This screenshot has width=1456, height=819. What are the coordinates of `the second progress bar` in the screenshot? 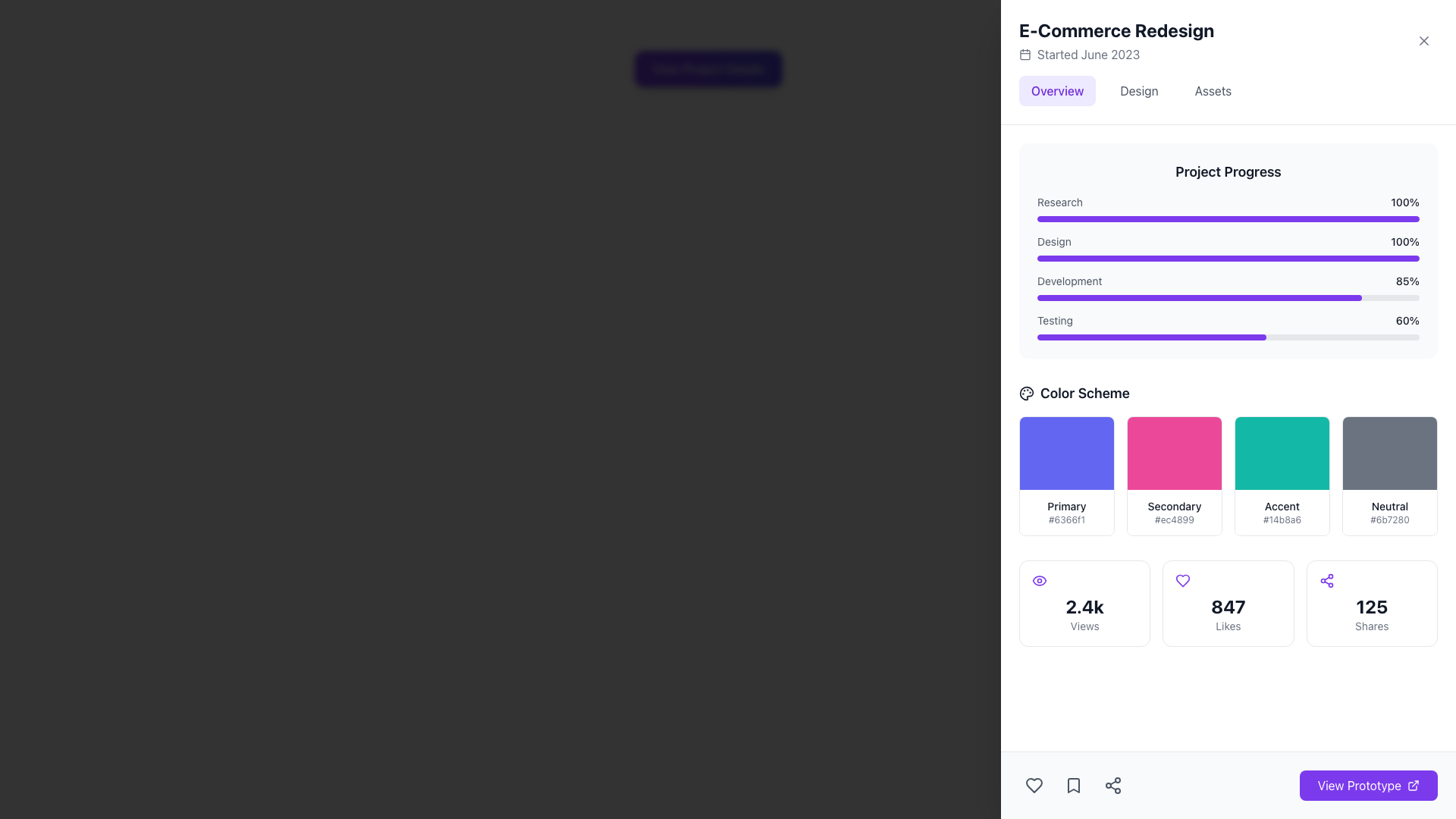 It's located at (1228, 257).